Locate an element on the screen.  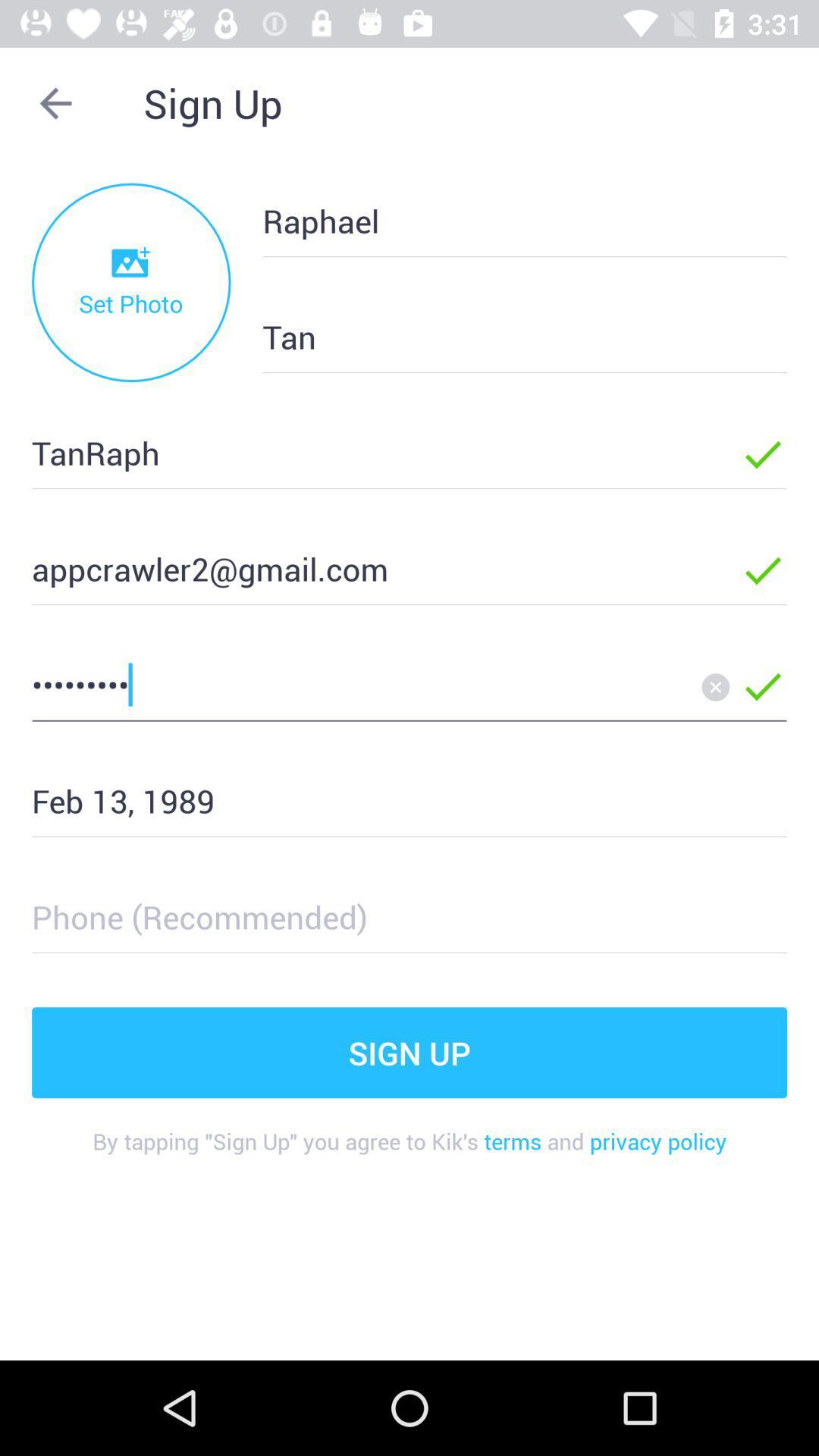
the raphael icon is located at coordinates (500, 220).